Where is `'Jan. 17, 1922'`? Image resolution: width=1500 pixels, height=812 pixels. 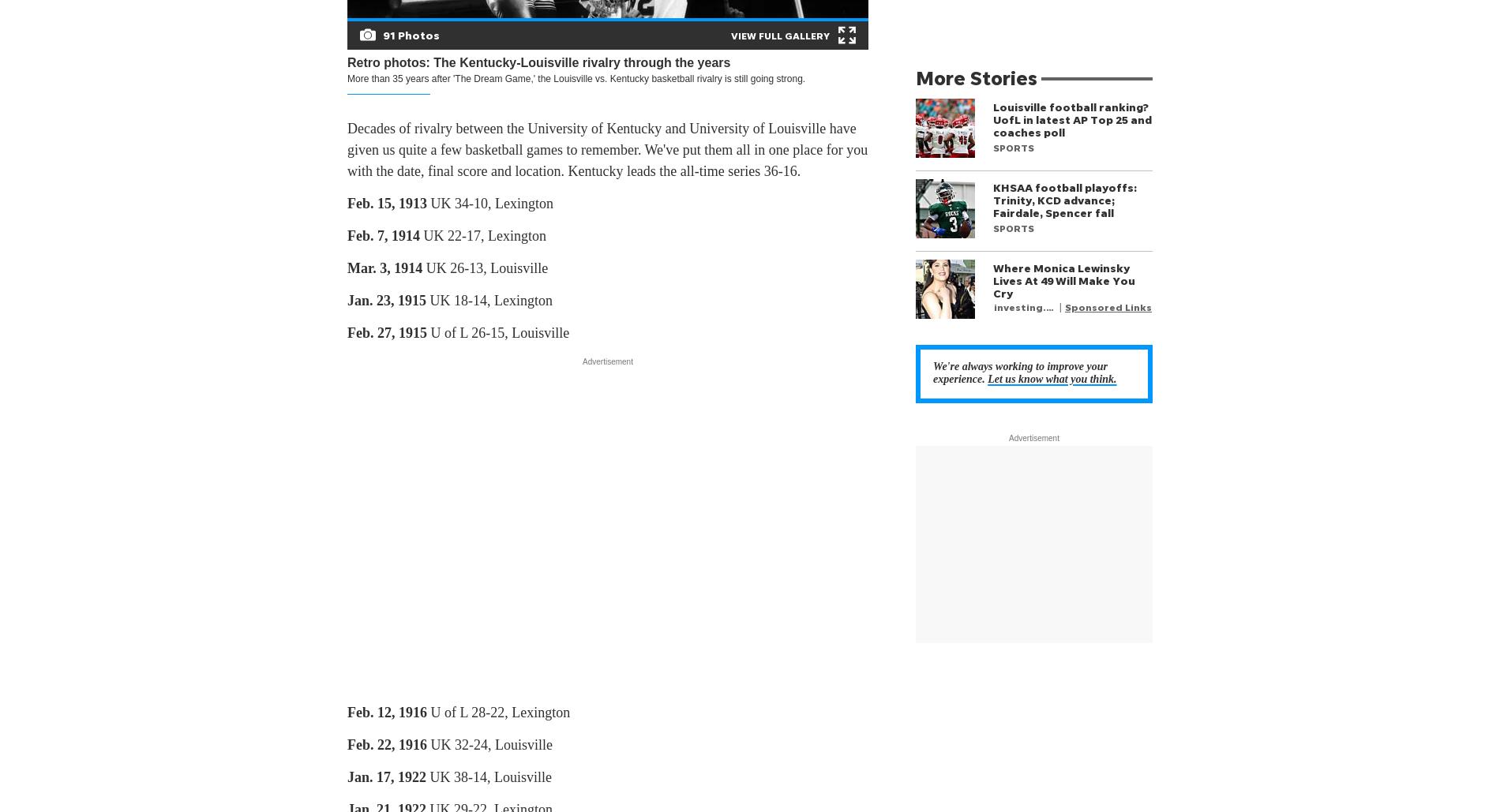
'Jan. 17, 1922' is located at coordinates (387, 776).